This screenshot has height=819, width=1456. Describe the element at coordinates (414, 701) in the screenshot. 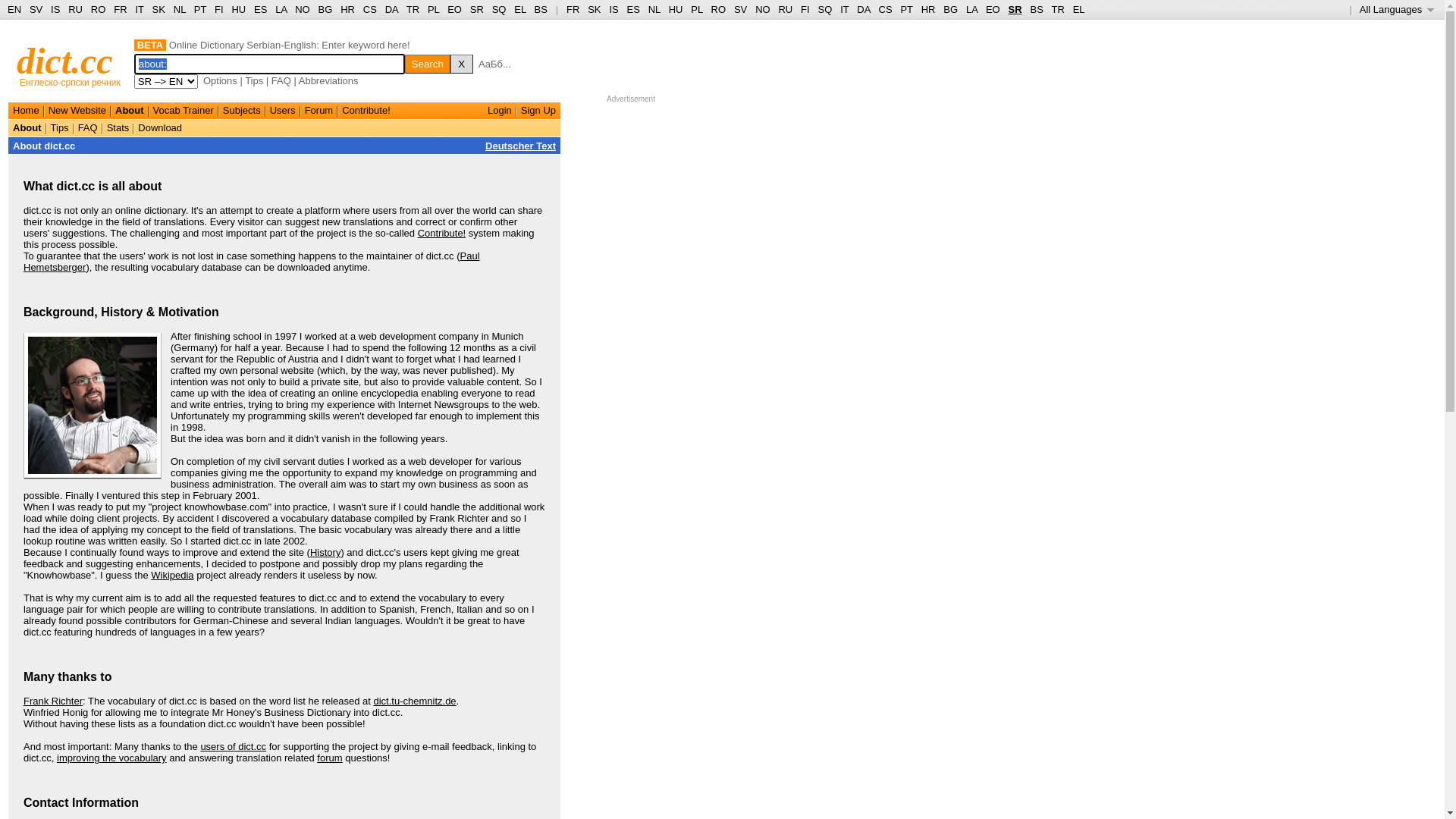

I see `'dict.tu-chemnitz.de'` at that location.